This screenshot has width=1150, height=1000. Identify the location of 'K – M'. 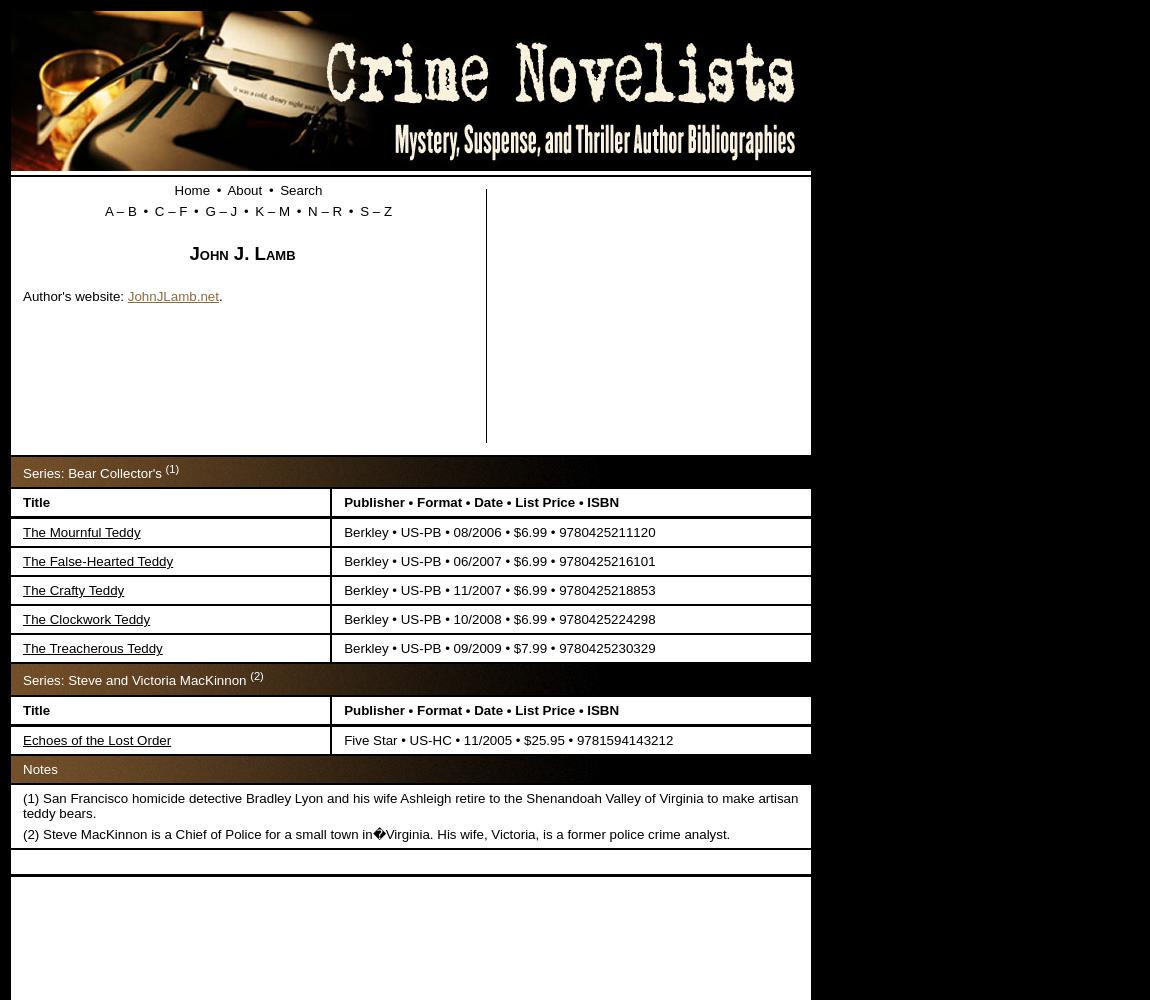
(271, 210).